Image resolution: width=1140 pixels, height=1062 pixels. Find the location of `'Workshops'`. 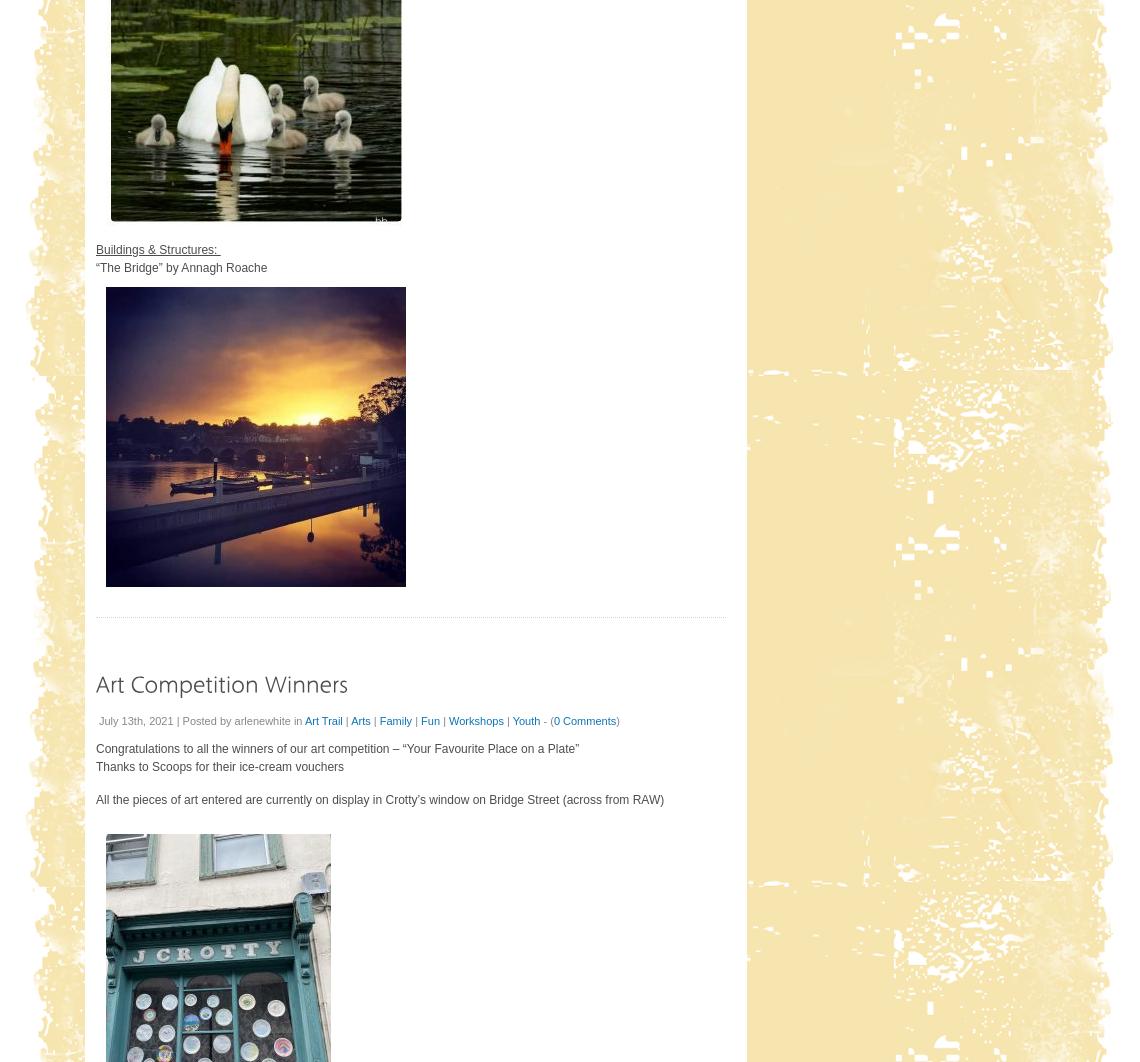

'Workshops' is located at coordinates (475, 720).